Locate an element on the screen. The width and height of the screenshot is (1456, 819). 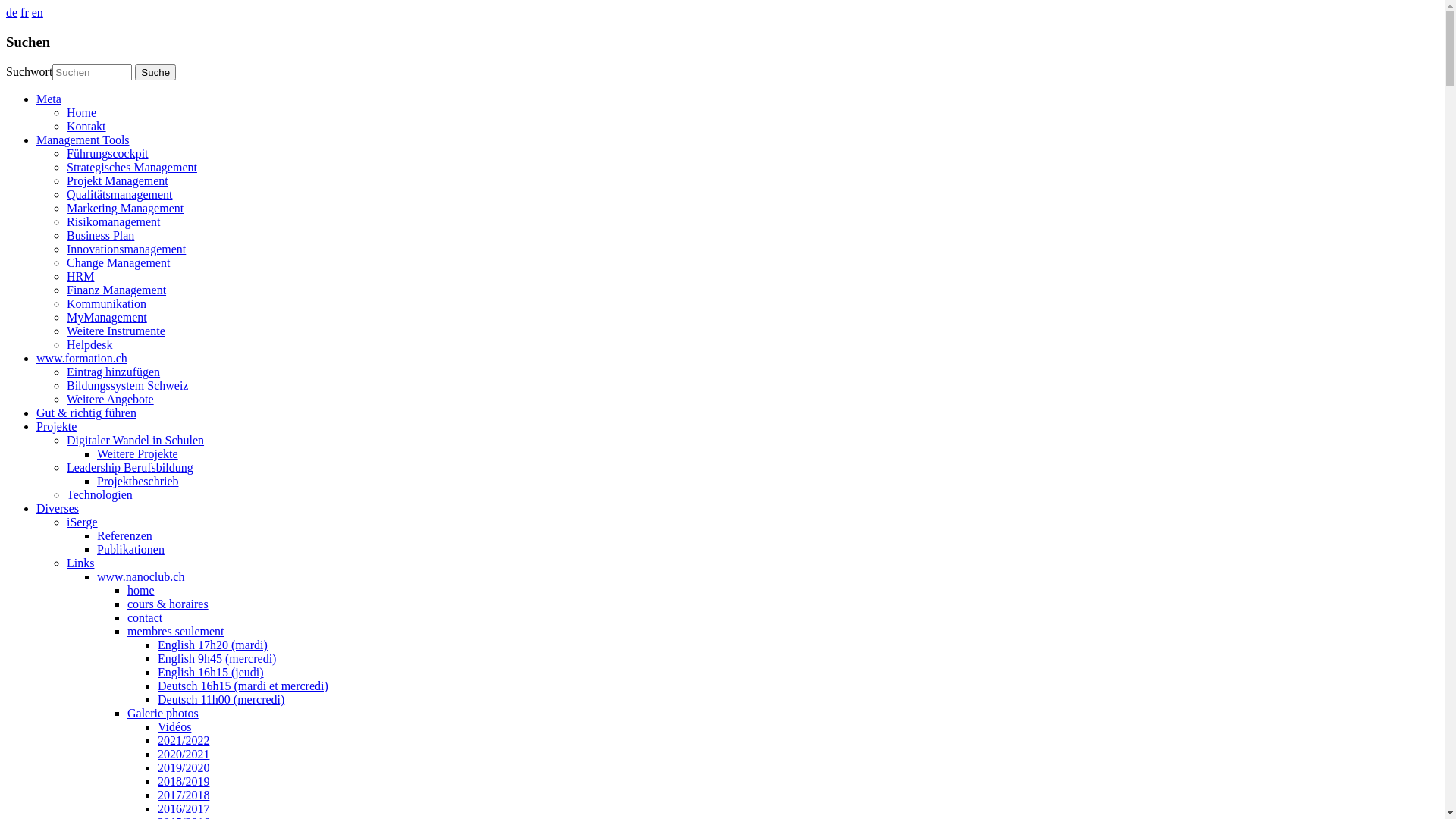
'Strategisches Management' is located at coordinates (131, 167).